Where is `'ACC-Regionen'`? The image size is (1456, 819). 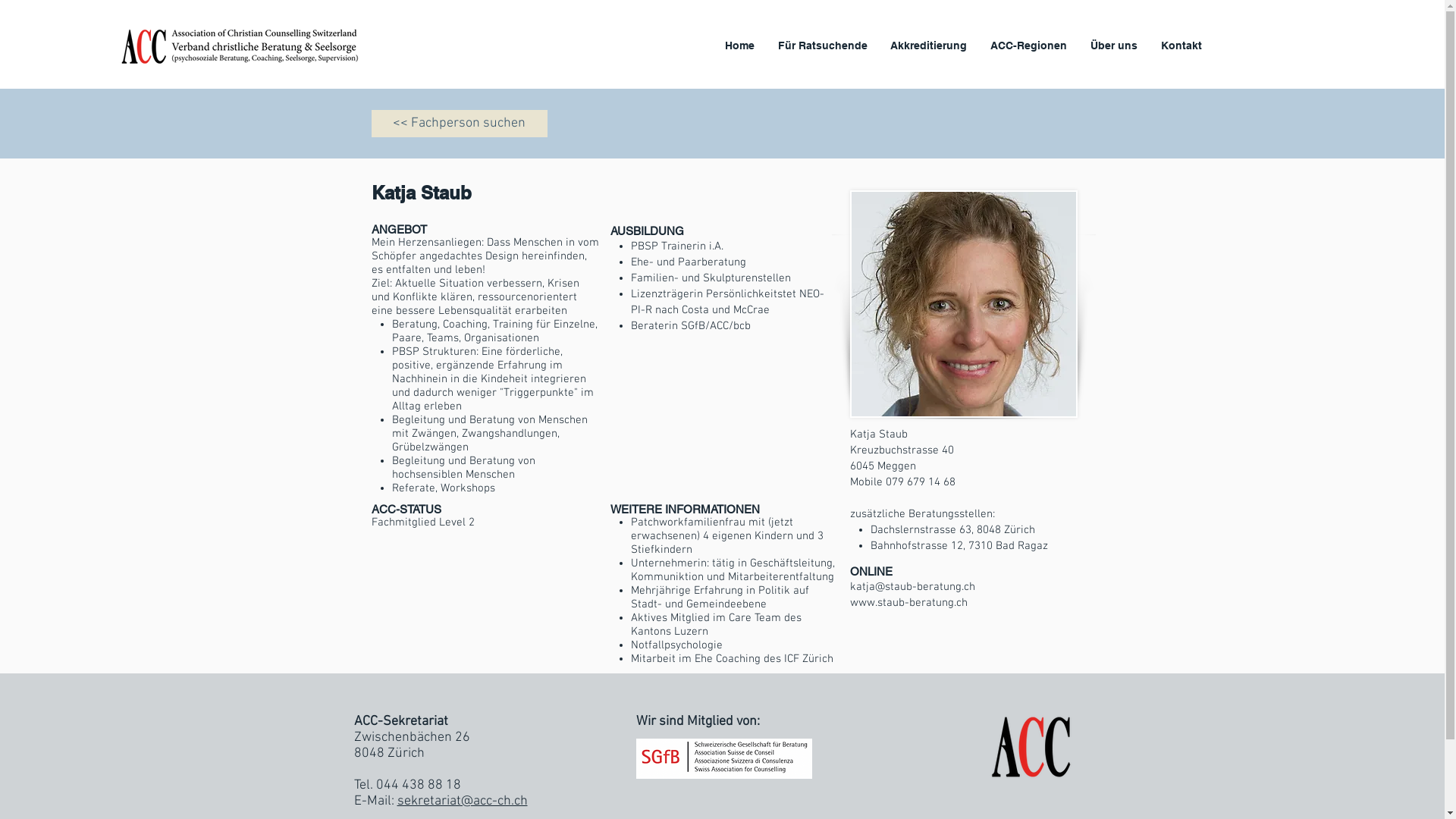
'ACC-Regionen' is located at coordinates (1029, 45).